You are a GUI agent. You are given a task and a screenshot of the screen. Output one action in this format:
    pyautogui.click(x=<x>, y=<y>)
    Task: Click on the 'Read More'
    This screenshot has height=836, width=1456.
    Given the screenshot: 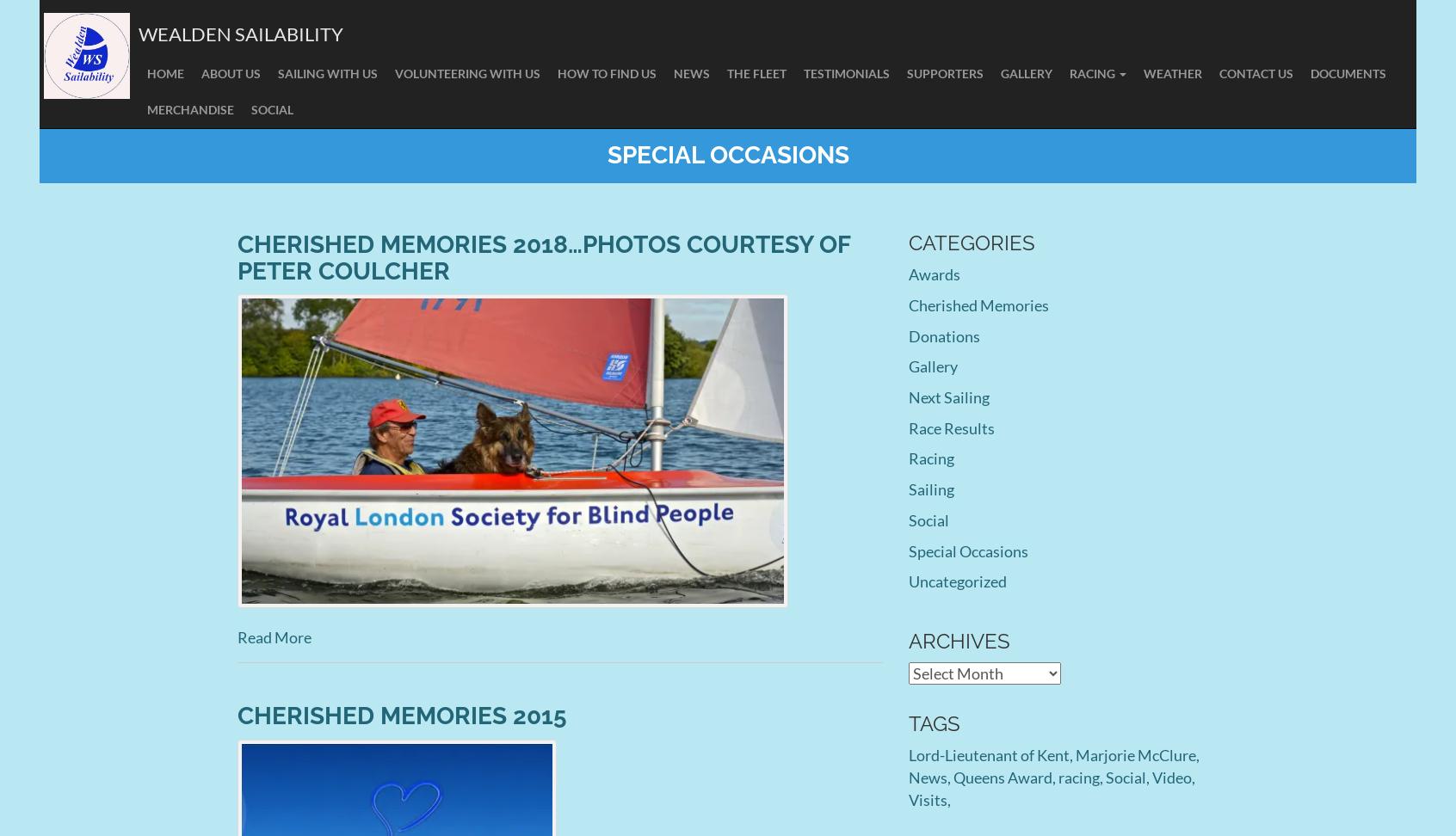 What is the action you would take?
    pyautogui.click(x=273, y=636)
    